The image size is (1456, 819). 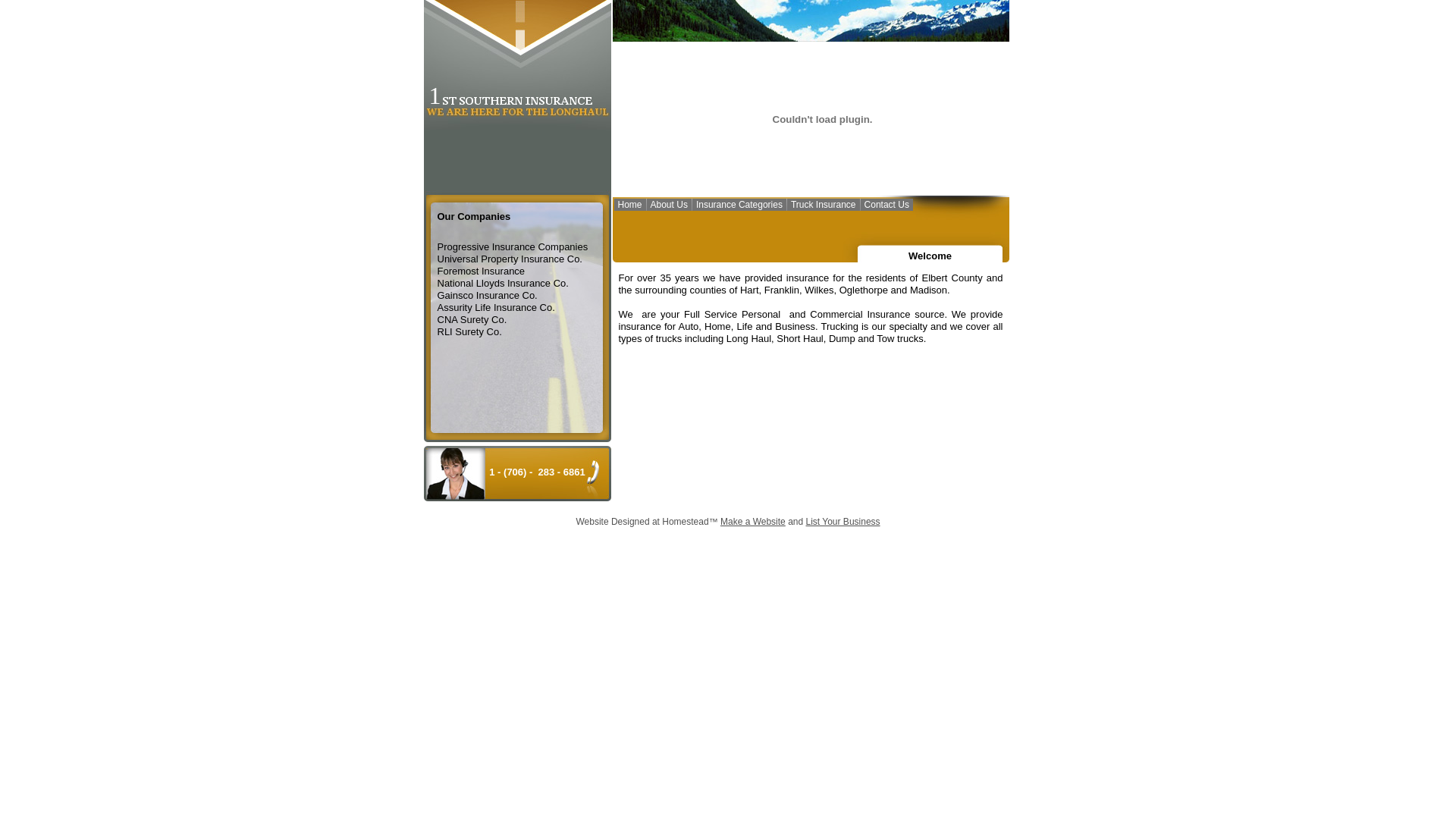 I want to click on 'List Your Business', so click(x=841, y=520).